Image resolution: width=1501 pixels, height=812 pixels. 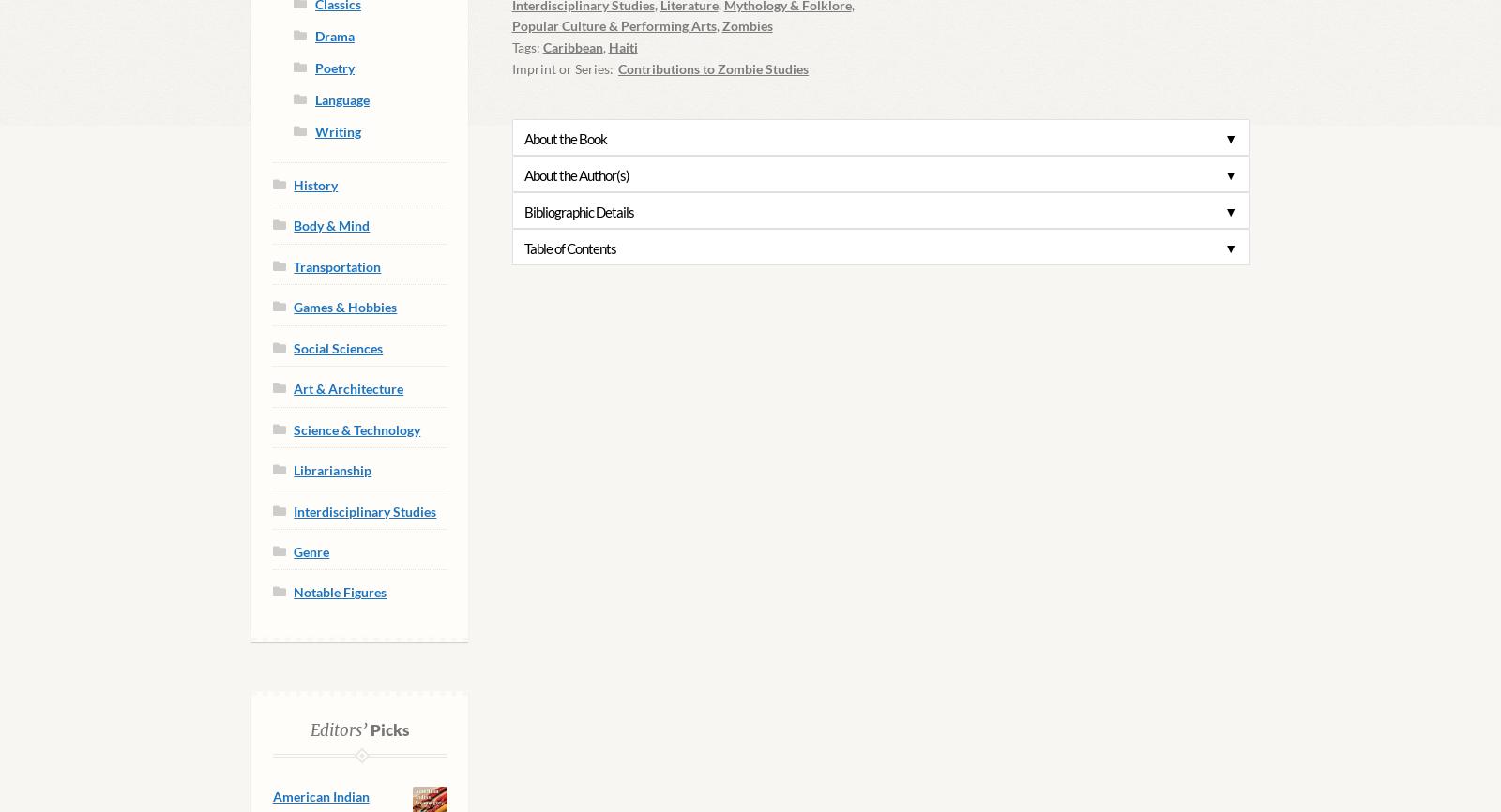 What do you see at coordinates (334, 36) in the screenshot?
I see `'Drama'` at bounding box center [334, 36].